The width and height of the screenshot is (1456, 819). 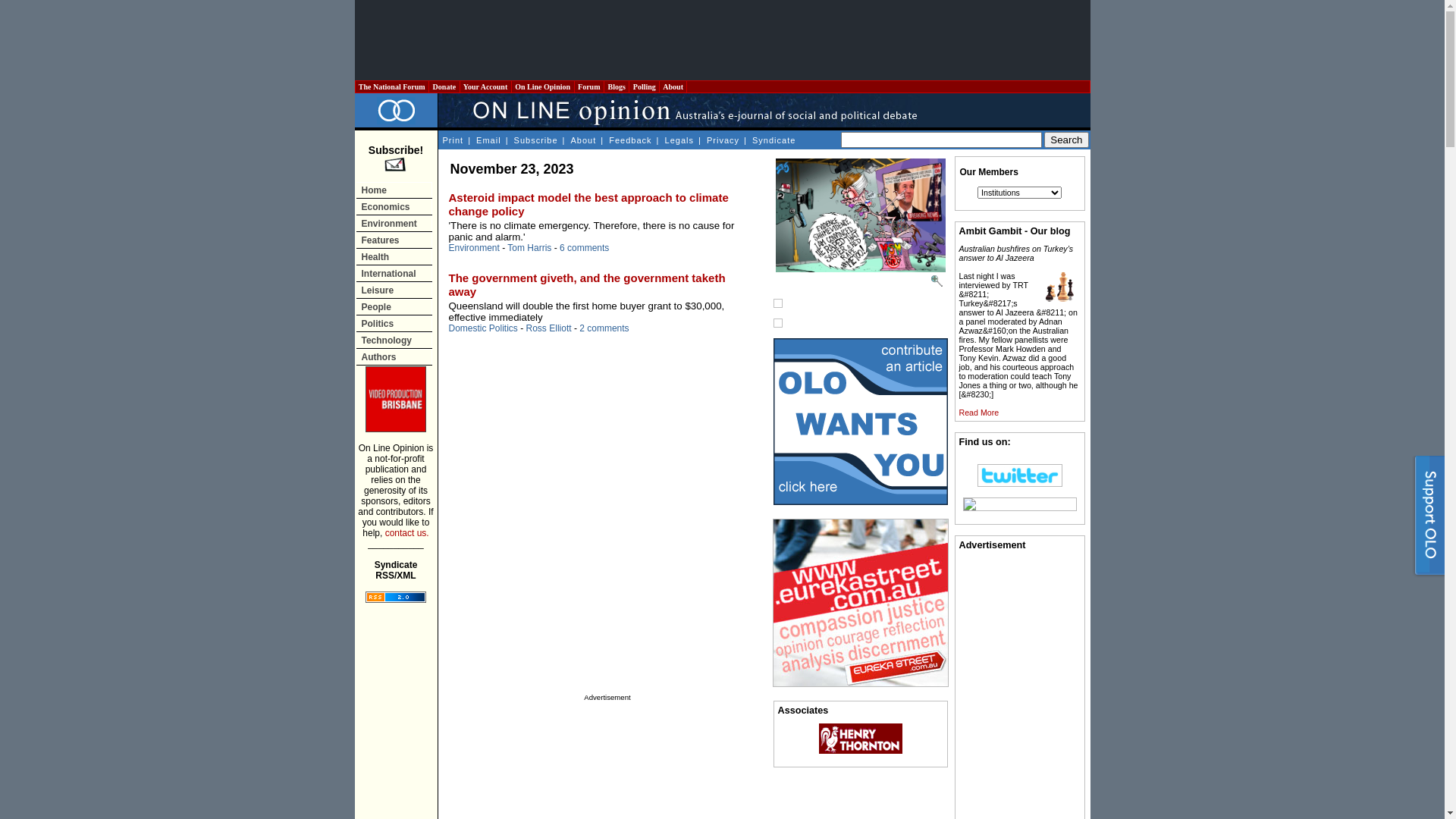 I want to click on 'International', so click(x=394, y=273).